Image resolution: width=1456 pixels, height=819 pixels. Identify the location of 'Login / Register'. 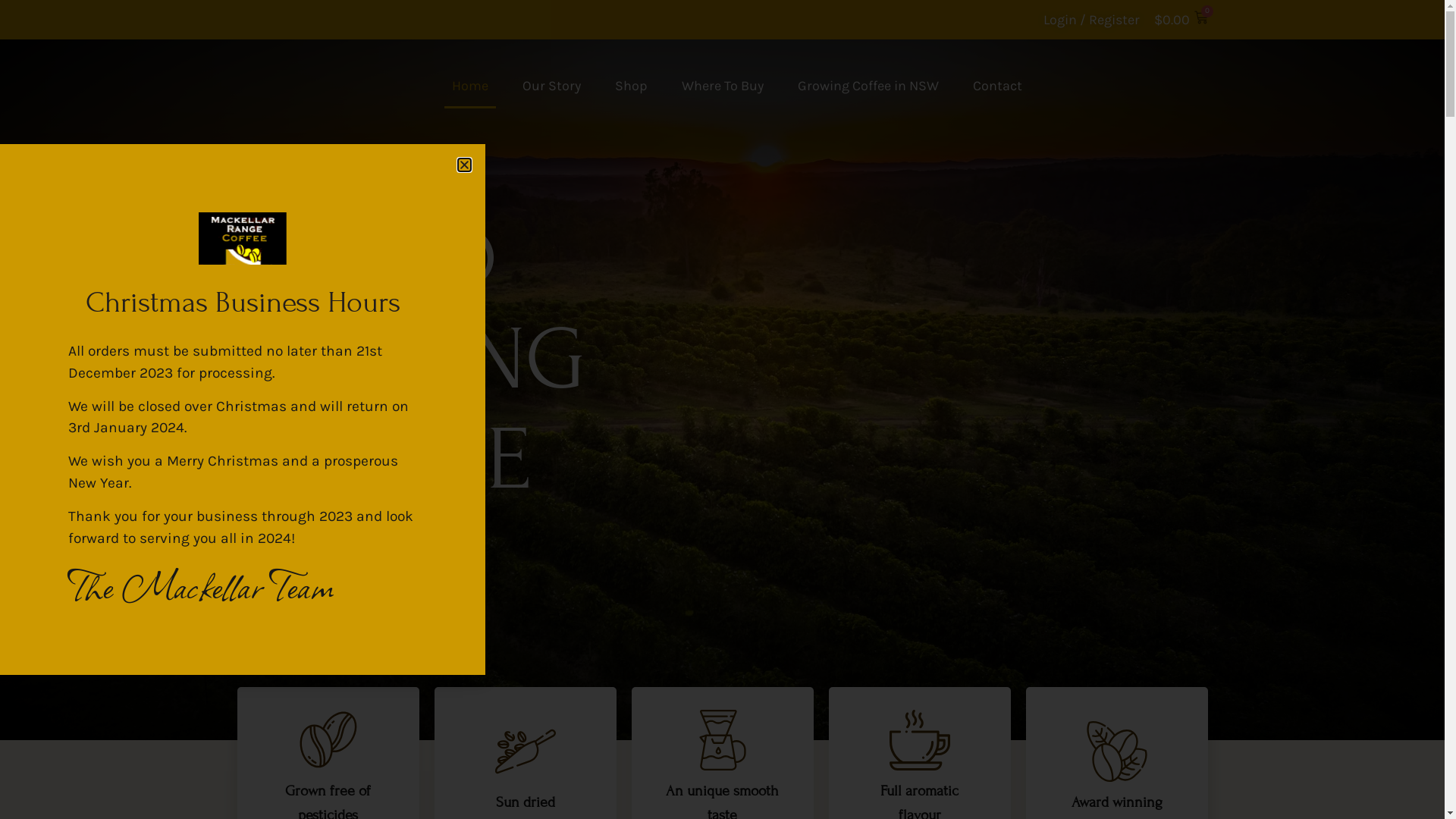
(1090, 20).